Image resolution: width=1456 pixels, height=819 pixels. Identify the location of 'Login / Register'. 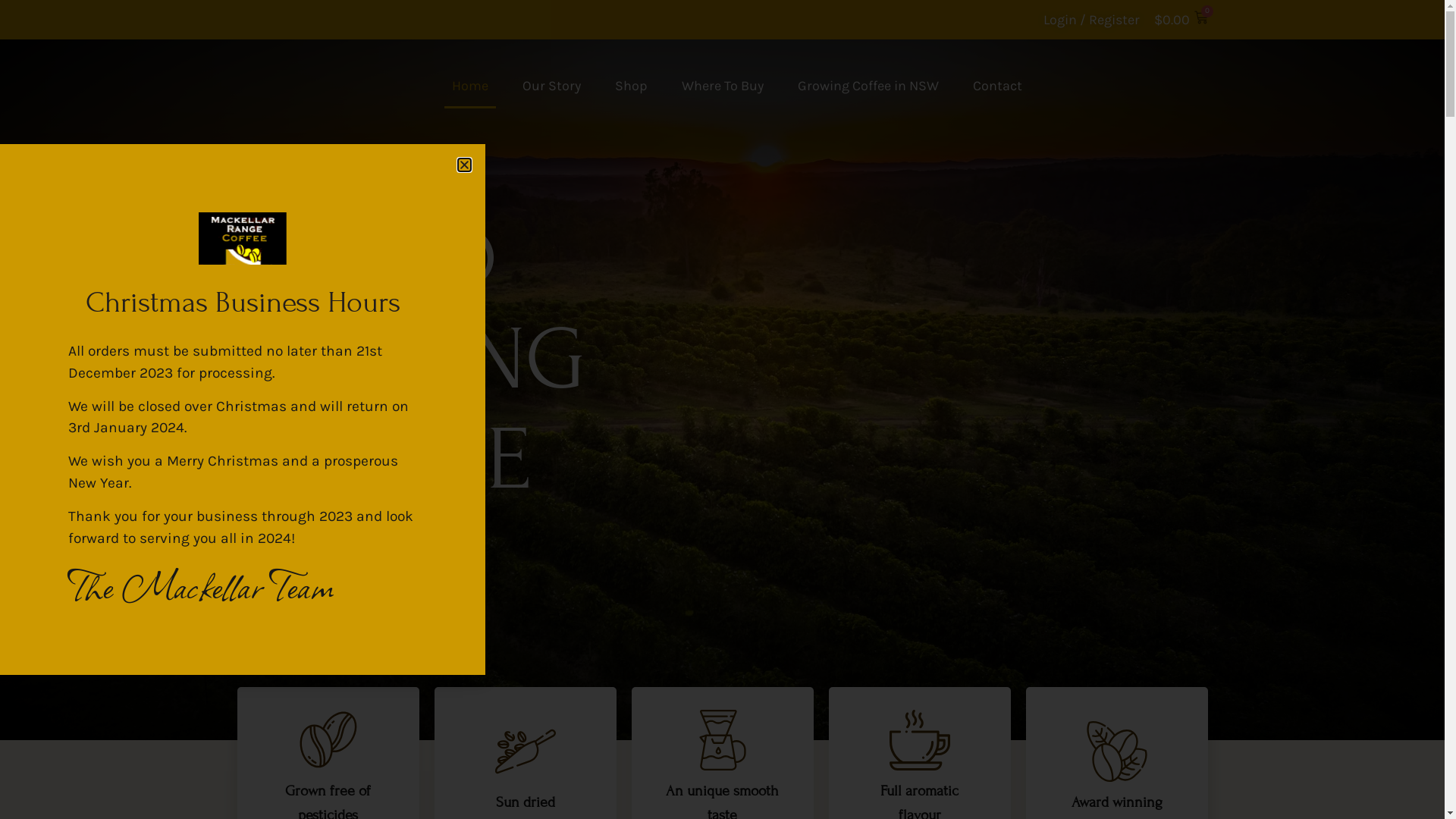
(1090, 20).